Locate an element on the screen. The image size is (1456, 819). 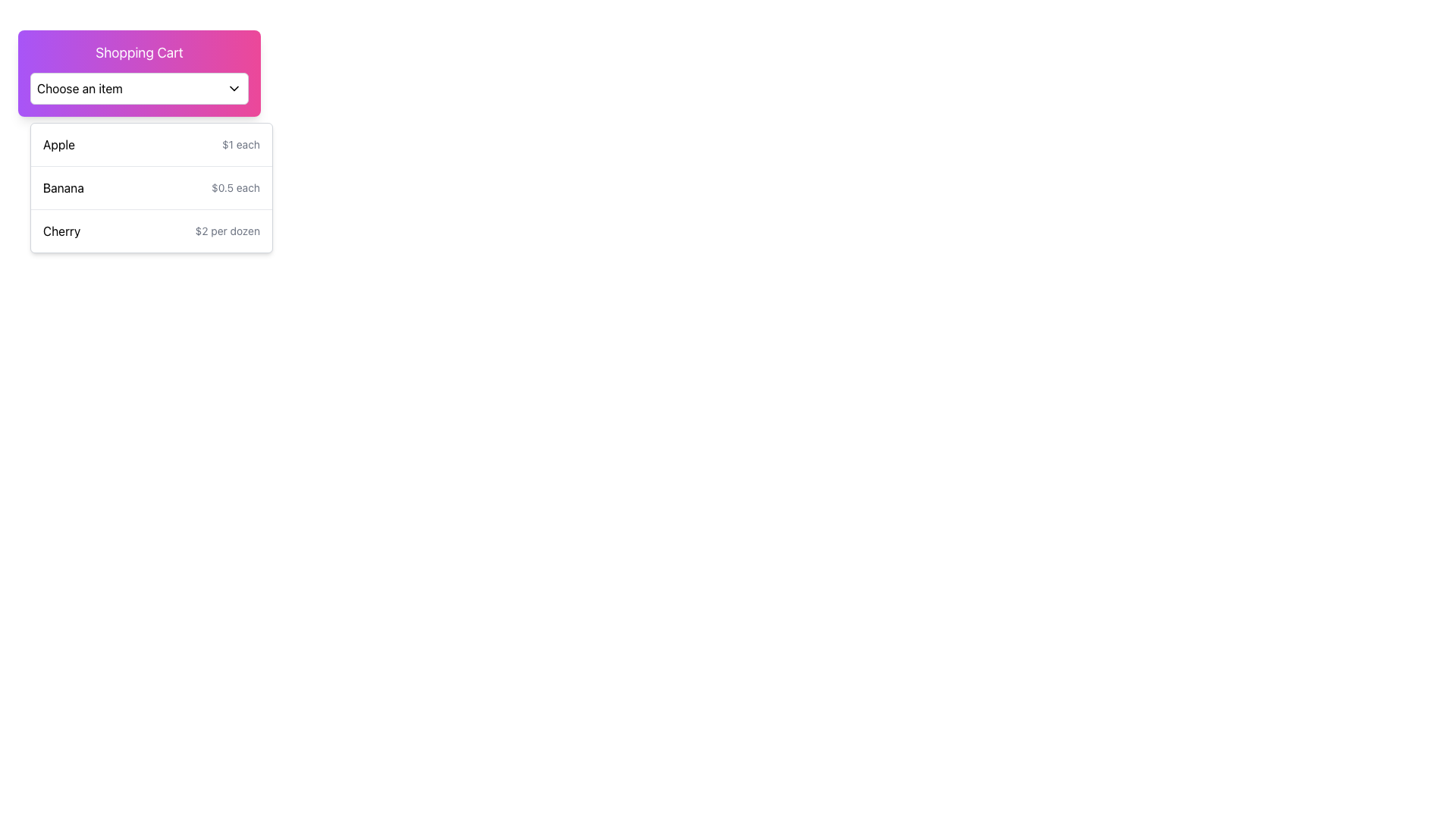
on the 'Banana' item in the list is located at coordinates (152, 187).